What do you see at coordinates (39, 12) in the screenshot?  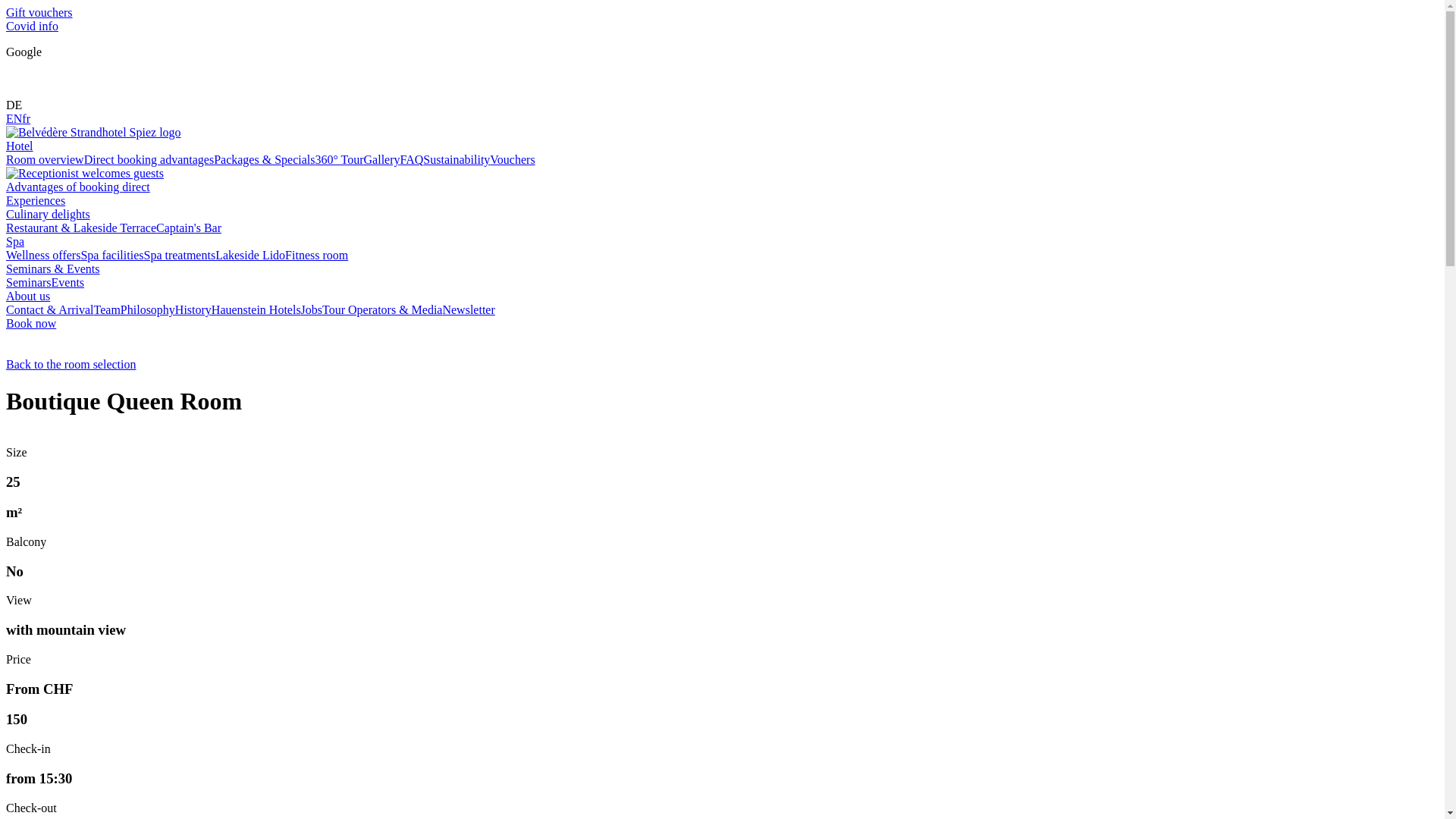 I see `'Gift vouchers'` at bounding box center [39, 12].